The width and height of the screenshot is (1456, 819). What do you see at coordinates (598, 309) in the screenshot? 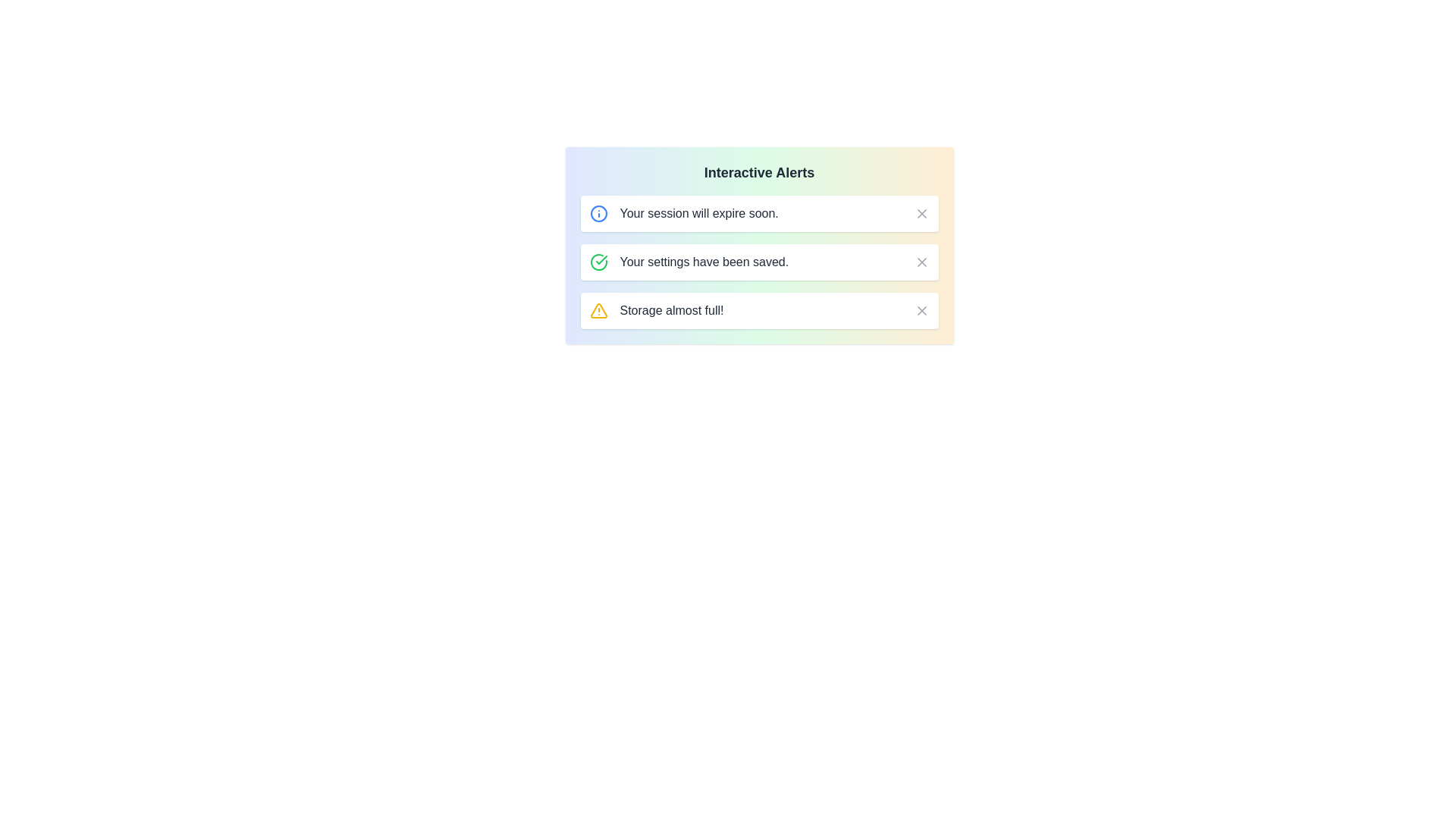
I see `the triangular warning icon with a yellow border and a red exclamation point, which is part of the alert message 'Storage almost full!' located at the bottom left of the message box` at bounding box center [598, 309].